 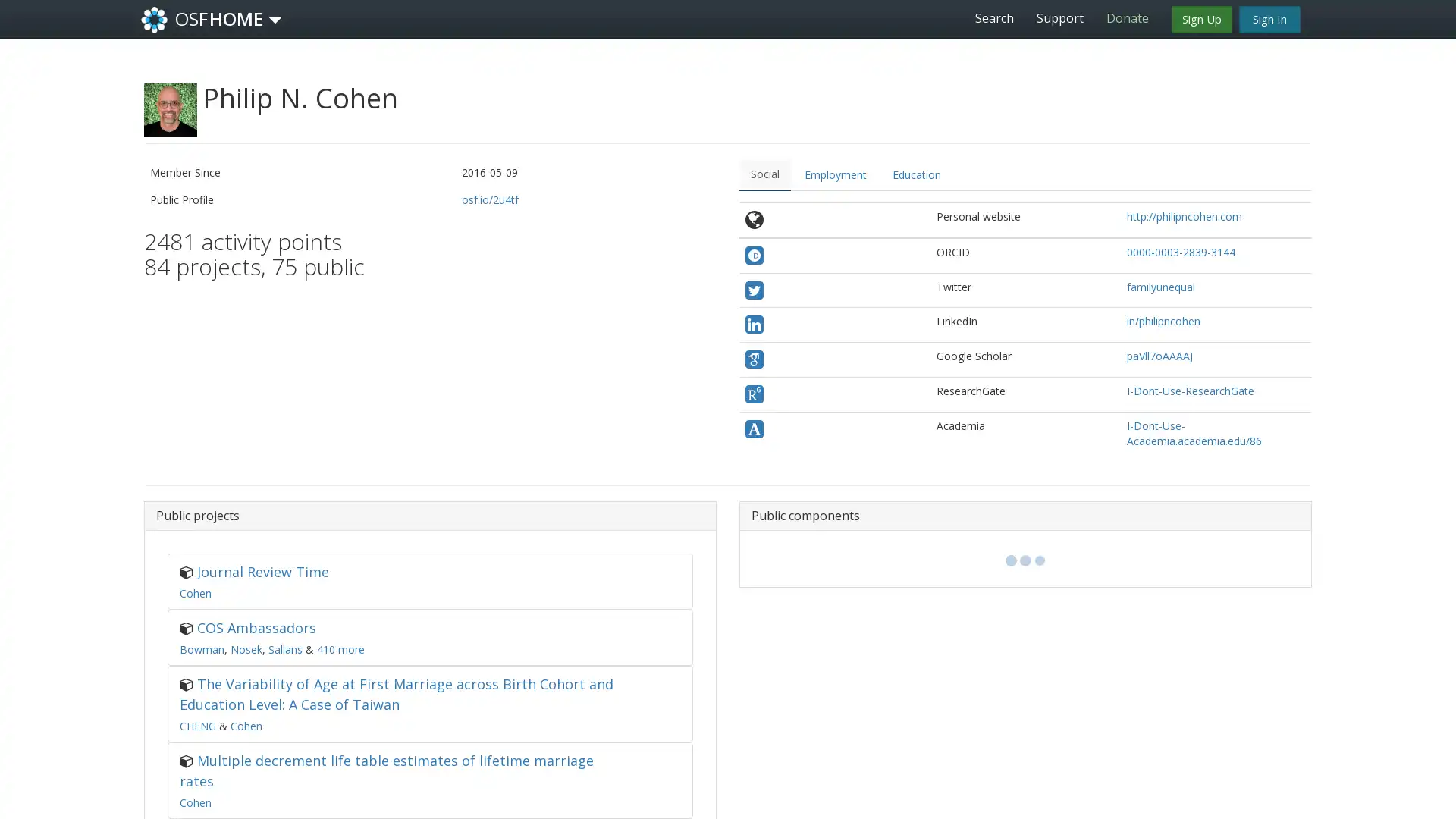 I want to click on Toggle primary navigation, so click(x=275, y=20).